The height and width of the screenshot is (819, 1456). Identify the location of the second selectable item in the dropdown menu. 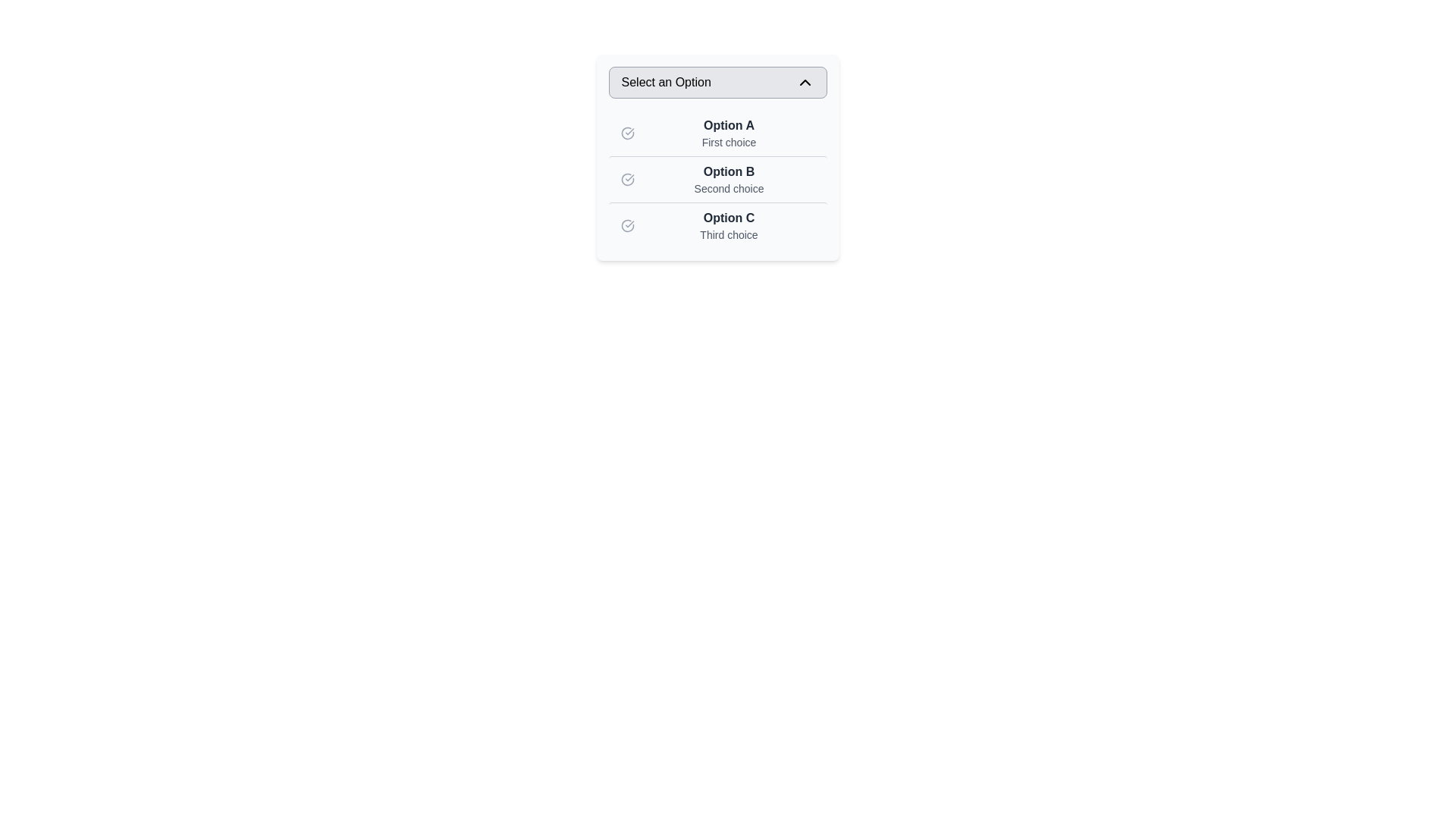
(717, 178).